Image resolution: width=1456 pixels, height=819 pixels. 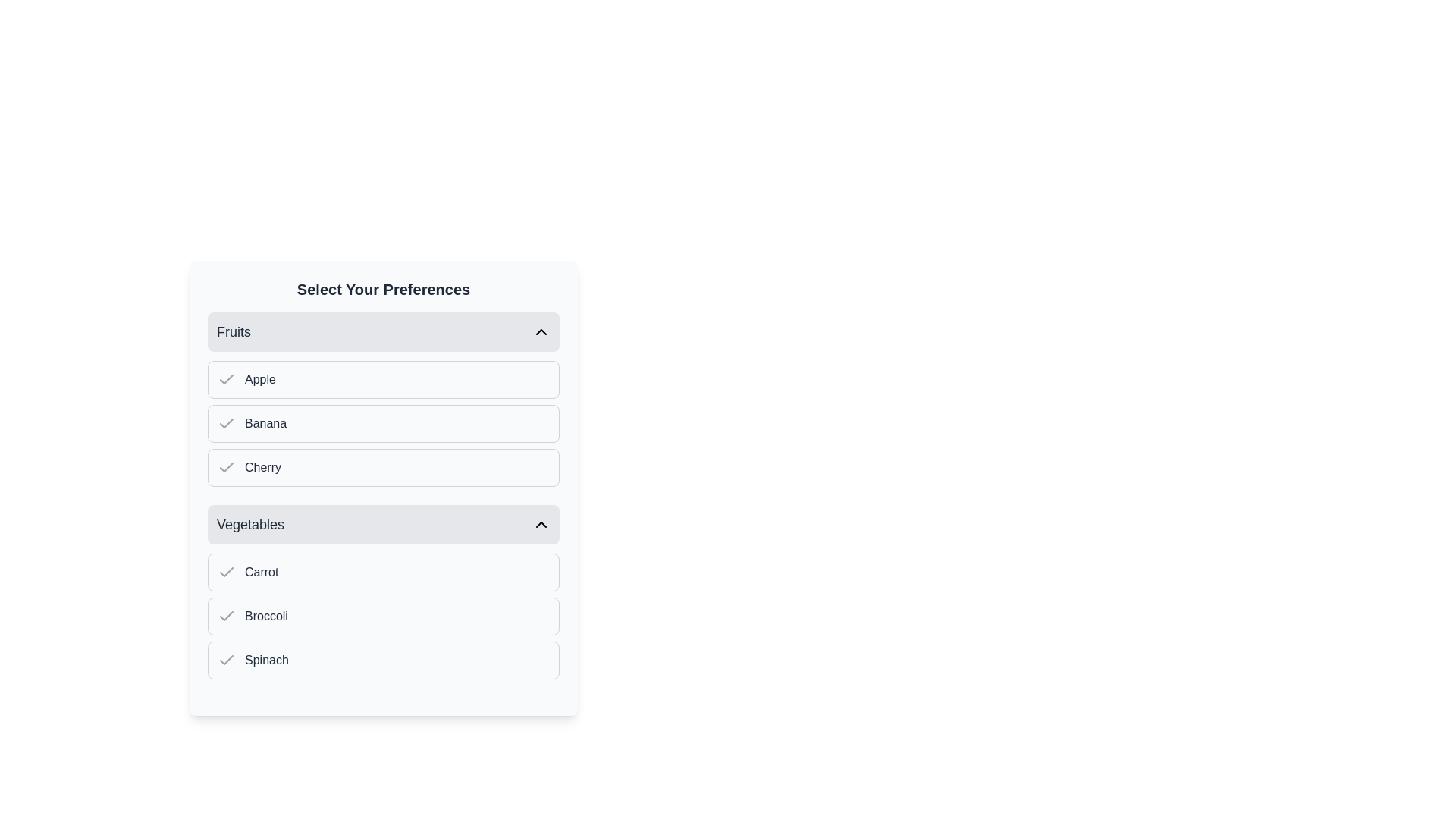 What do you see at coordinates (225, 571) in the screenshot?
I see `the selection status of the checkmark icon corresponding to the item 'Cherry' in the Fruits section of the list` at bounding box center [225, 571].